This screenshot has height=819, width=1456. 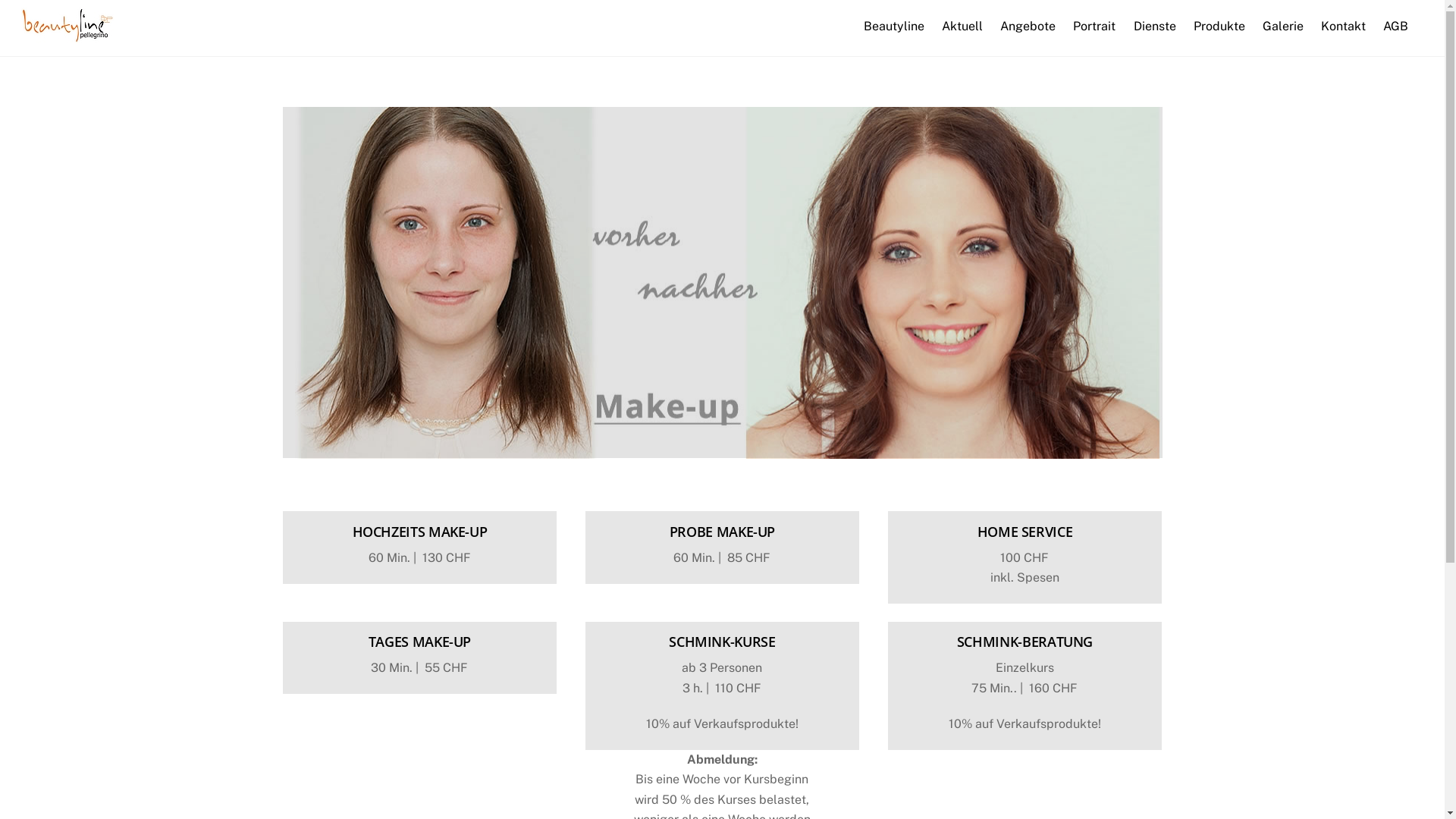 What do you see at coordinates (67, 25) in the screenshot?
I see `'LogoPellegrino47px'` at bounding box center [67, 25].